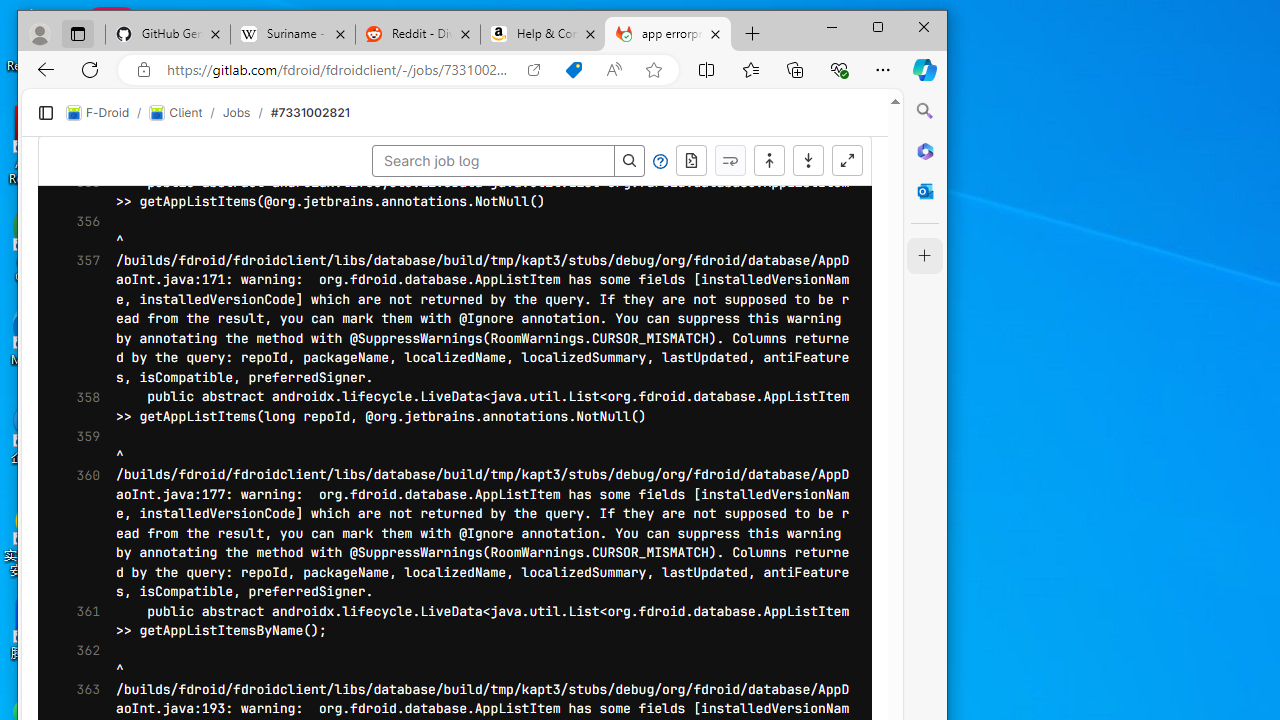  I want to click on '410', so click(73, 450).